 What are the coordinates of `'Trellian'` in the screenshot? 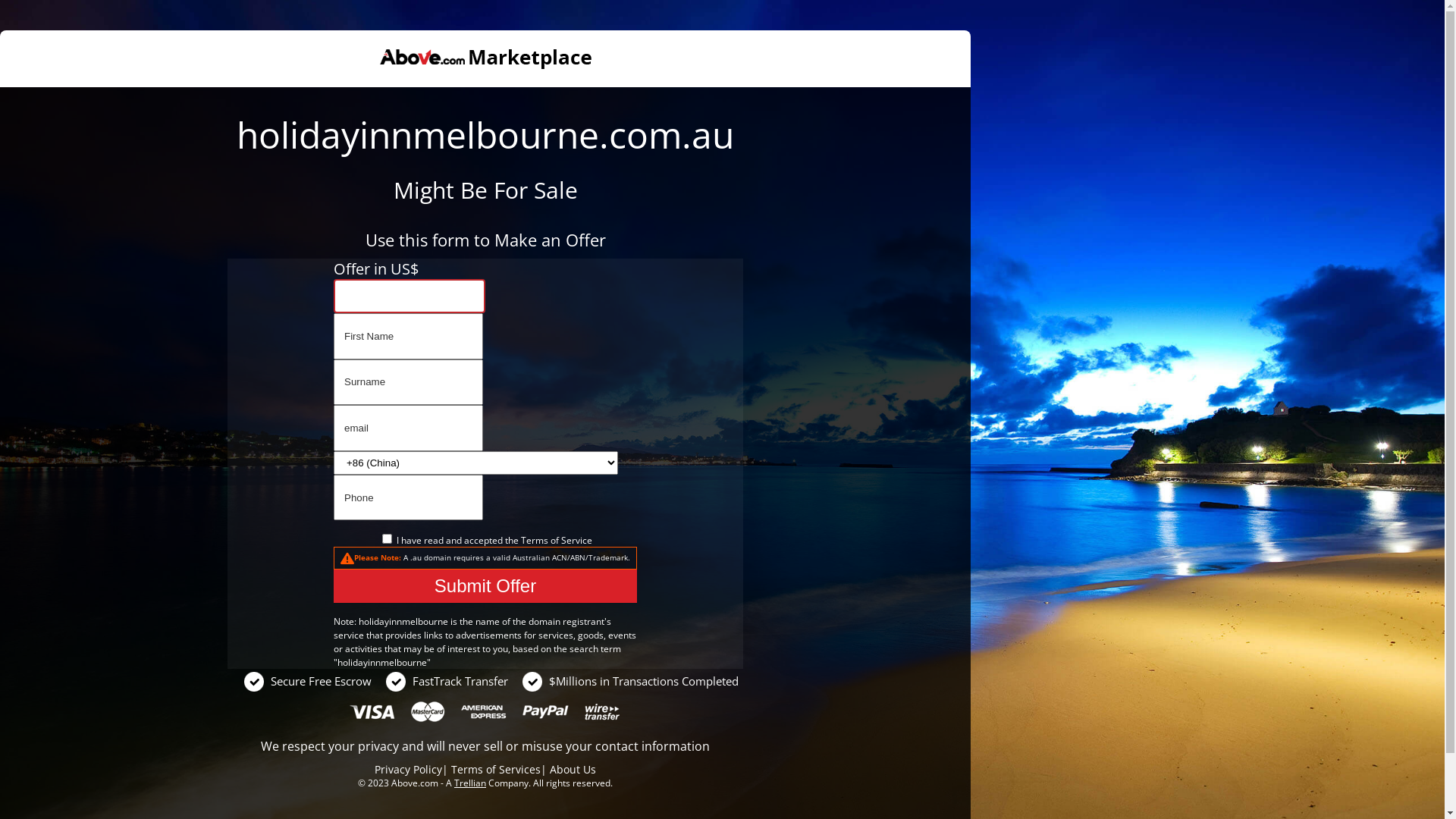 It's located at (469, 783).